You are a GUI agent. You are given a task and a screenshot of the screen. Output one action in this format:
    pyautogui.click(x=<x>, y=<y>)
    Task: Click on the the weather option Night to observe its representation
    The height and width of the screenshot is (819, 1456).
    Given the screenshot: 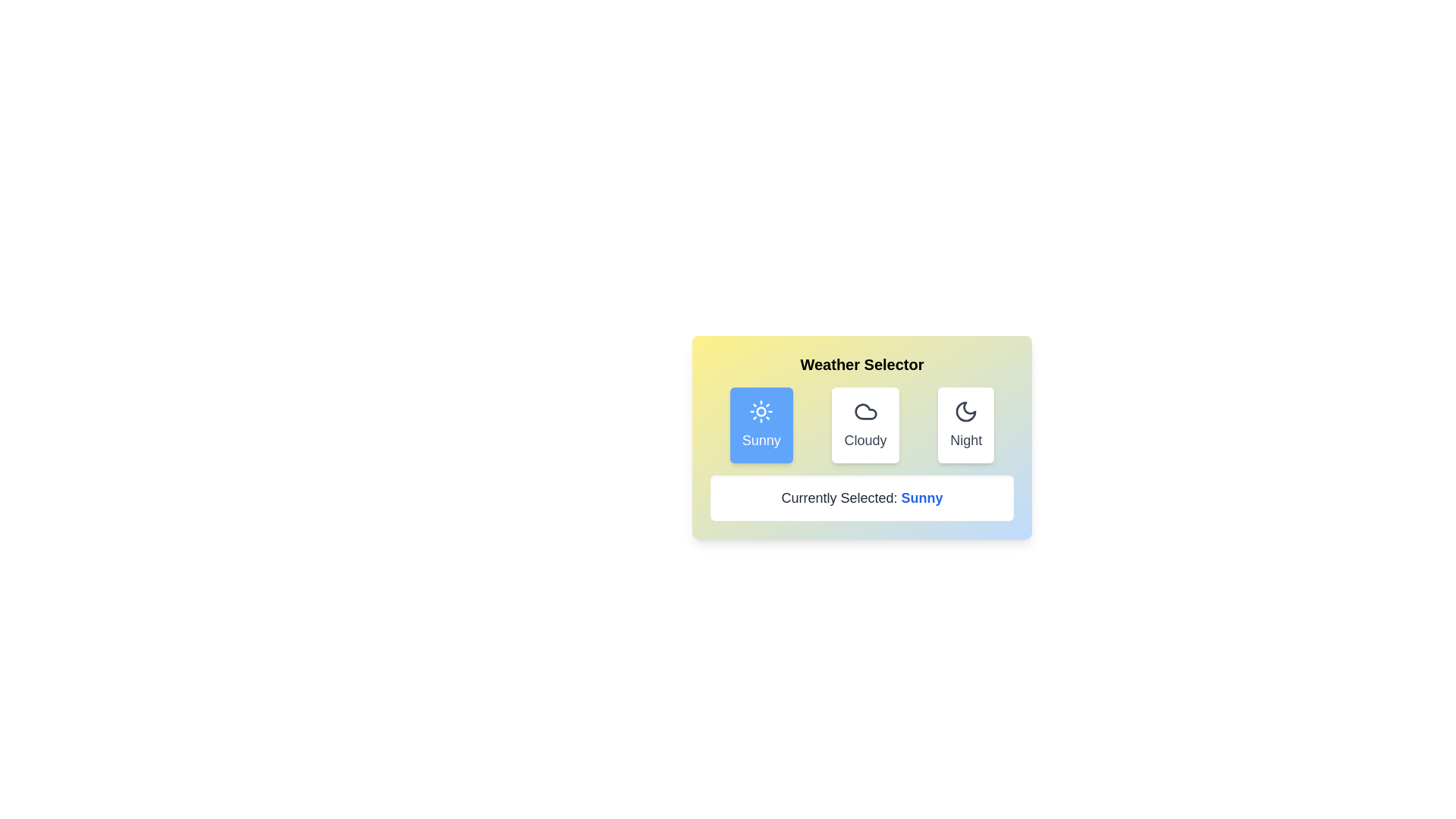 What is the action you would take?
    pyautogui.click(x=965, y=425)
    